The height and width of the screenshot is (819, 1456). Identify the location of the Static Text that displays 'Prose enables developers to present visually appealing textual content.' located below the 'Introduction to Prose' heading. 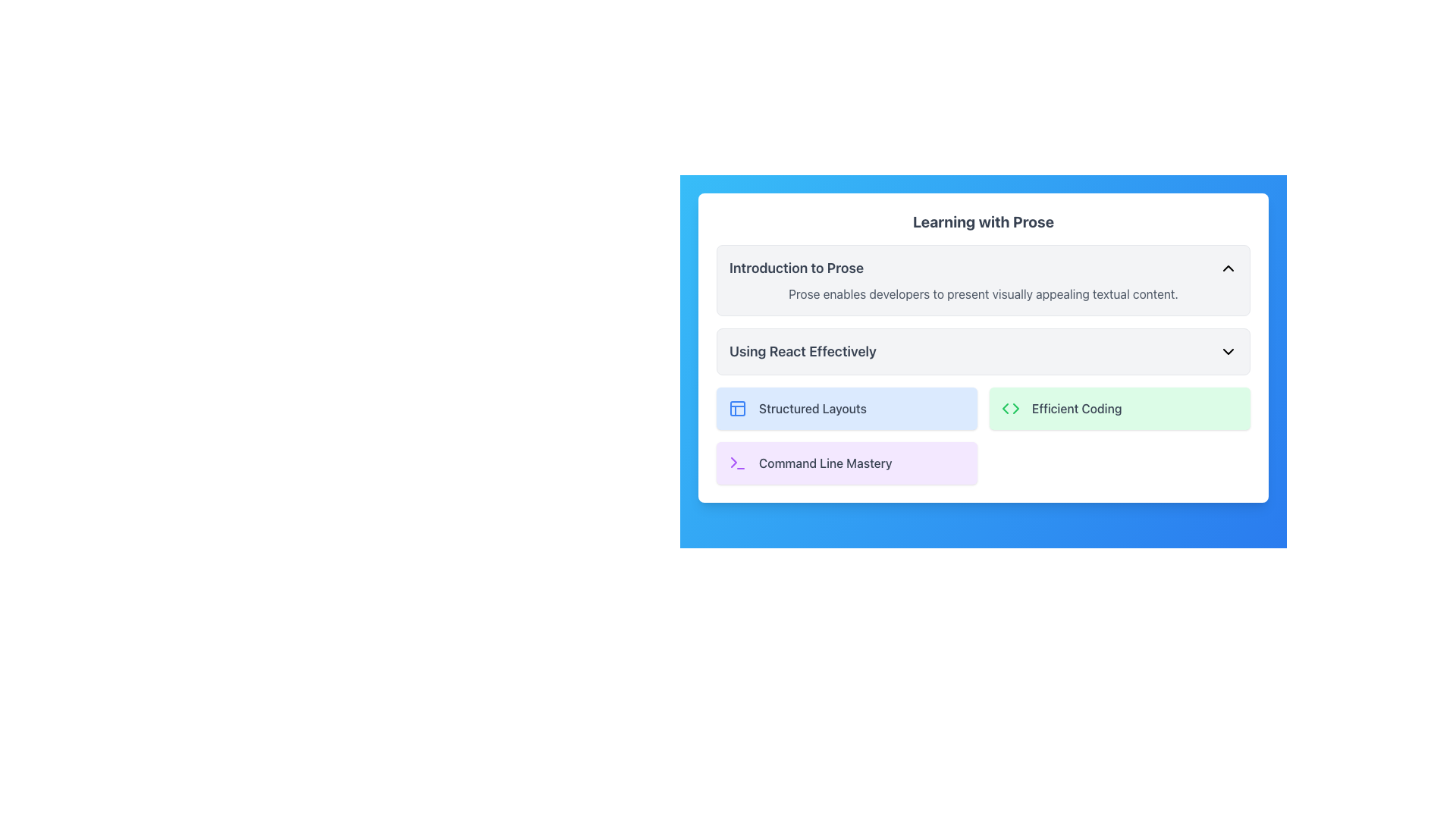
(983, 294).